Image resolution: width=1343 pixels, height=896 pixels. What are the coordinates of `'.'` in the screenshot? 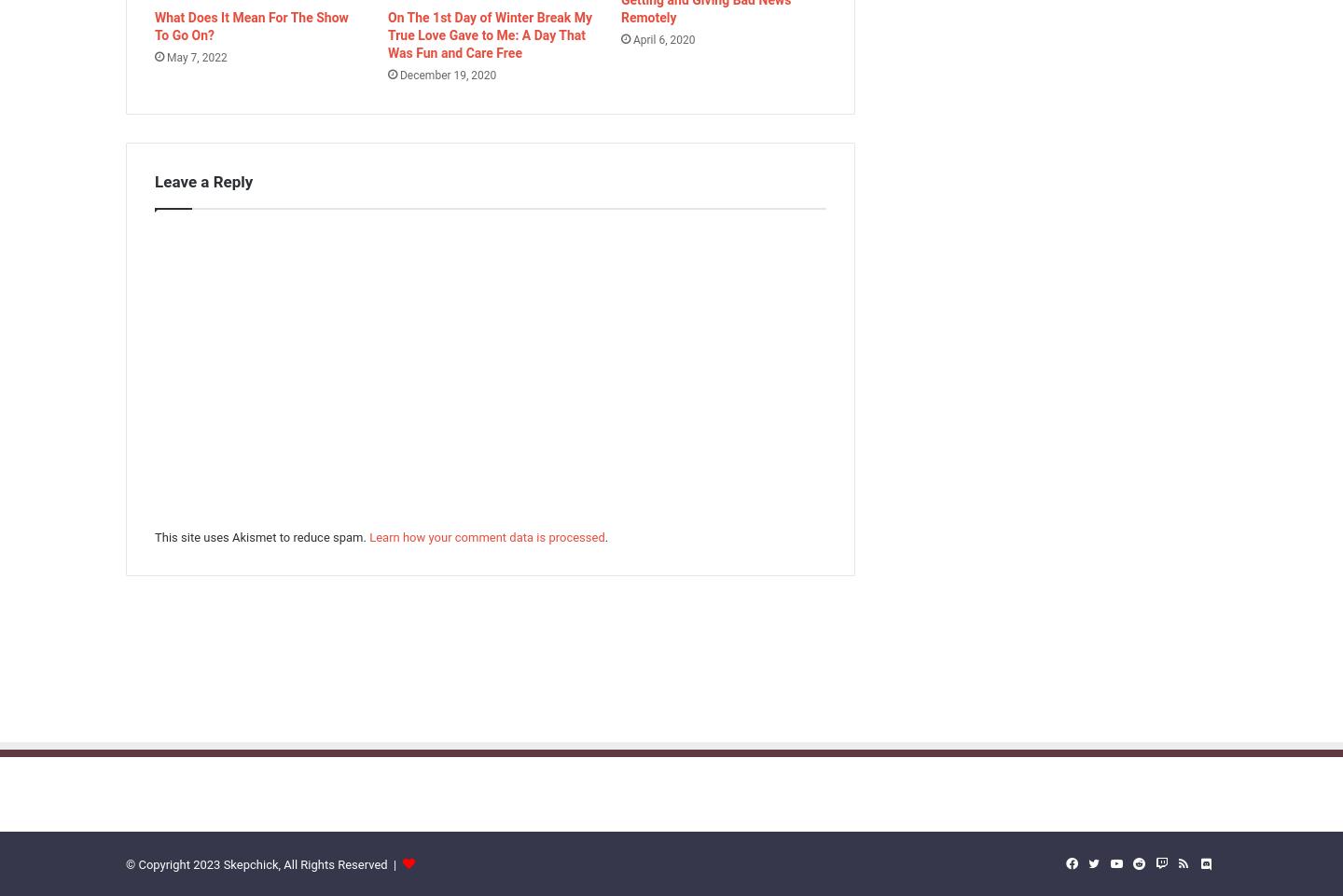 It's located at (605, 536).